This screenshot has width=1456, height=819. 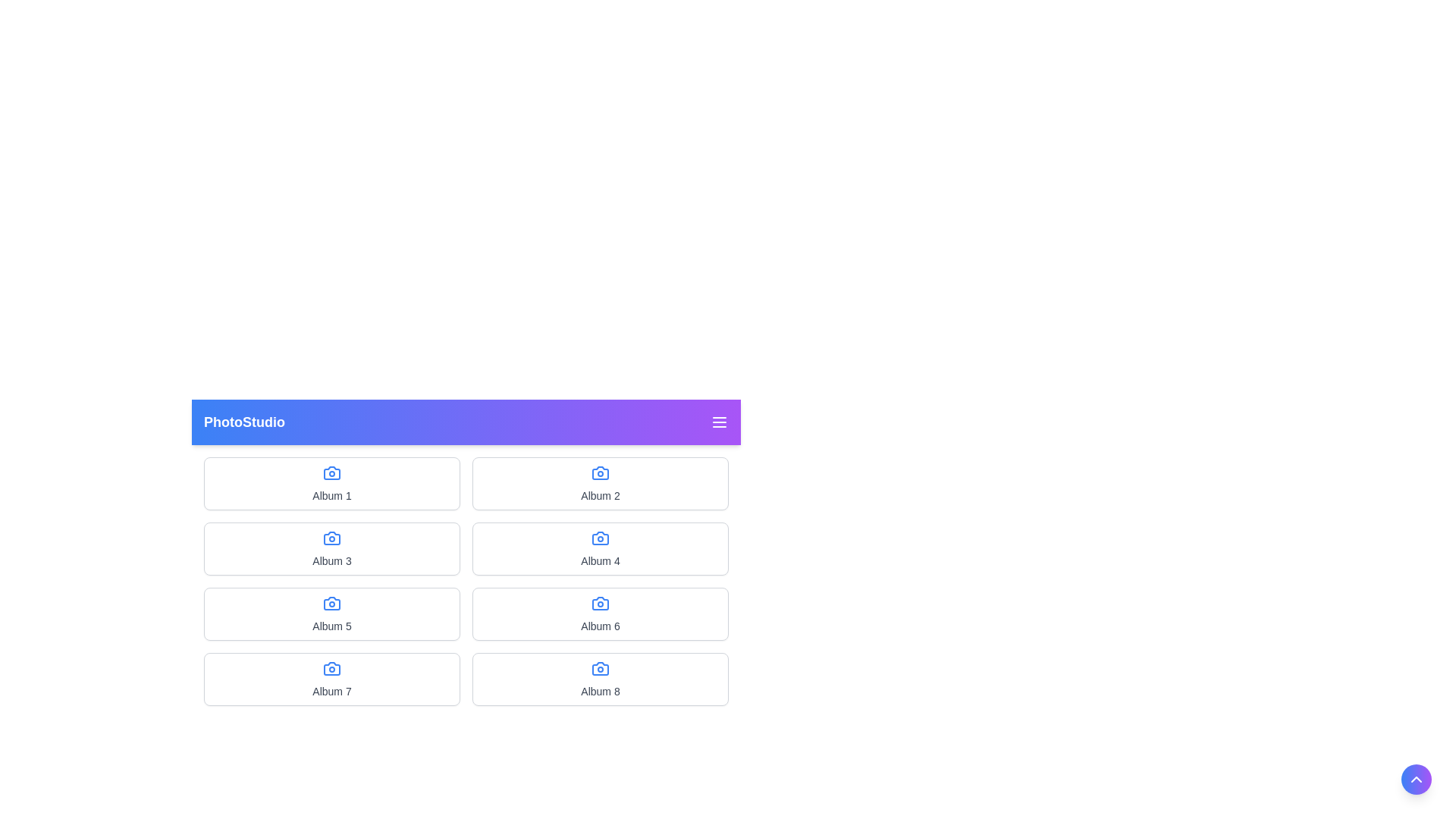 What do you see at coordinates (331, 561) in the screenshot?
I see `text label indicating 'Album 3' located within the fourth card in the second row of the grid layout, under the camera icon` at bounding box center [331, 561].